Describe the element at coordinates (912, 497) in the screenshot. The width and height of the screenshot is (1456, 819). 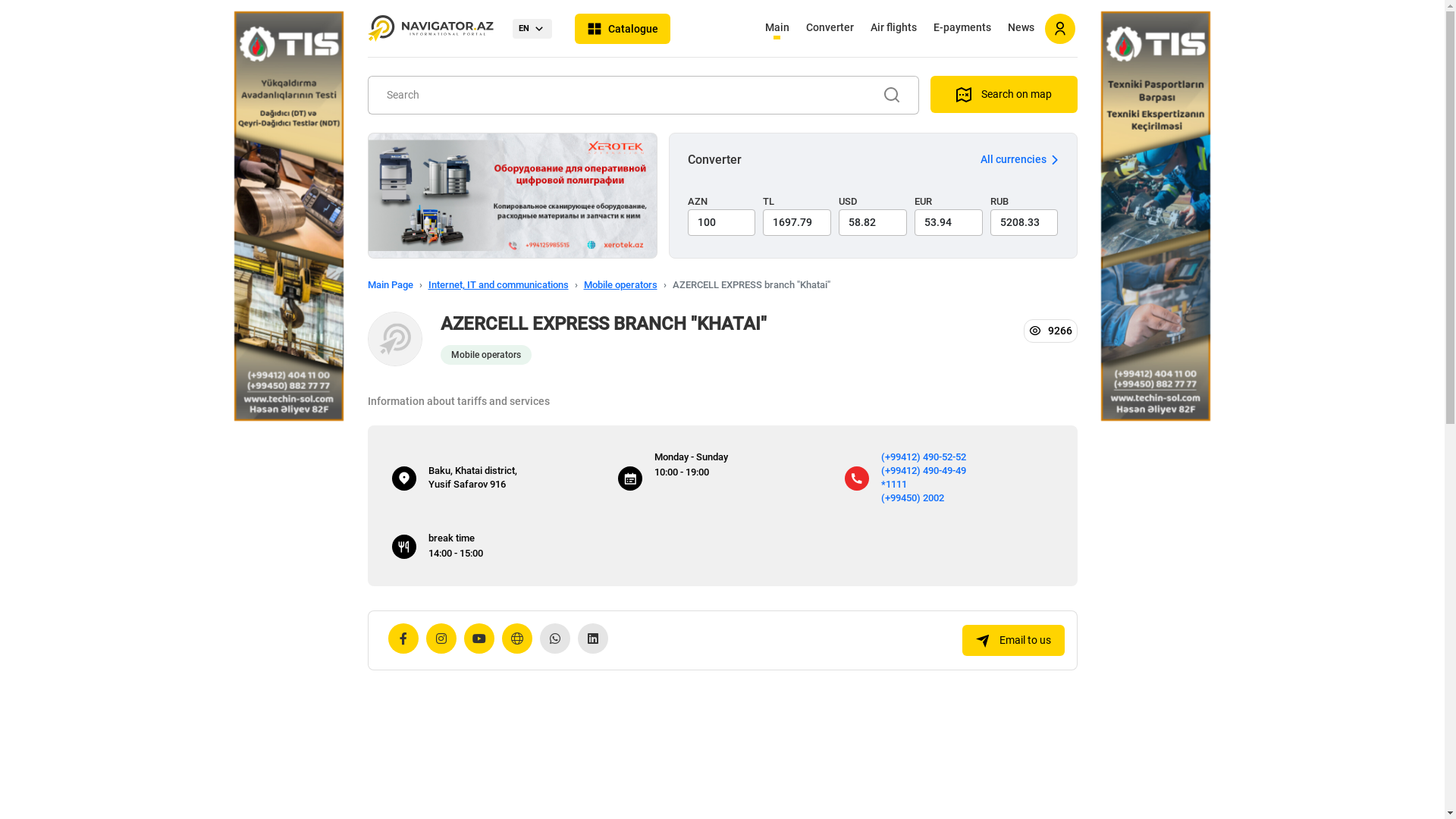
I see `'(+99450) 2002'` at that location.